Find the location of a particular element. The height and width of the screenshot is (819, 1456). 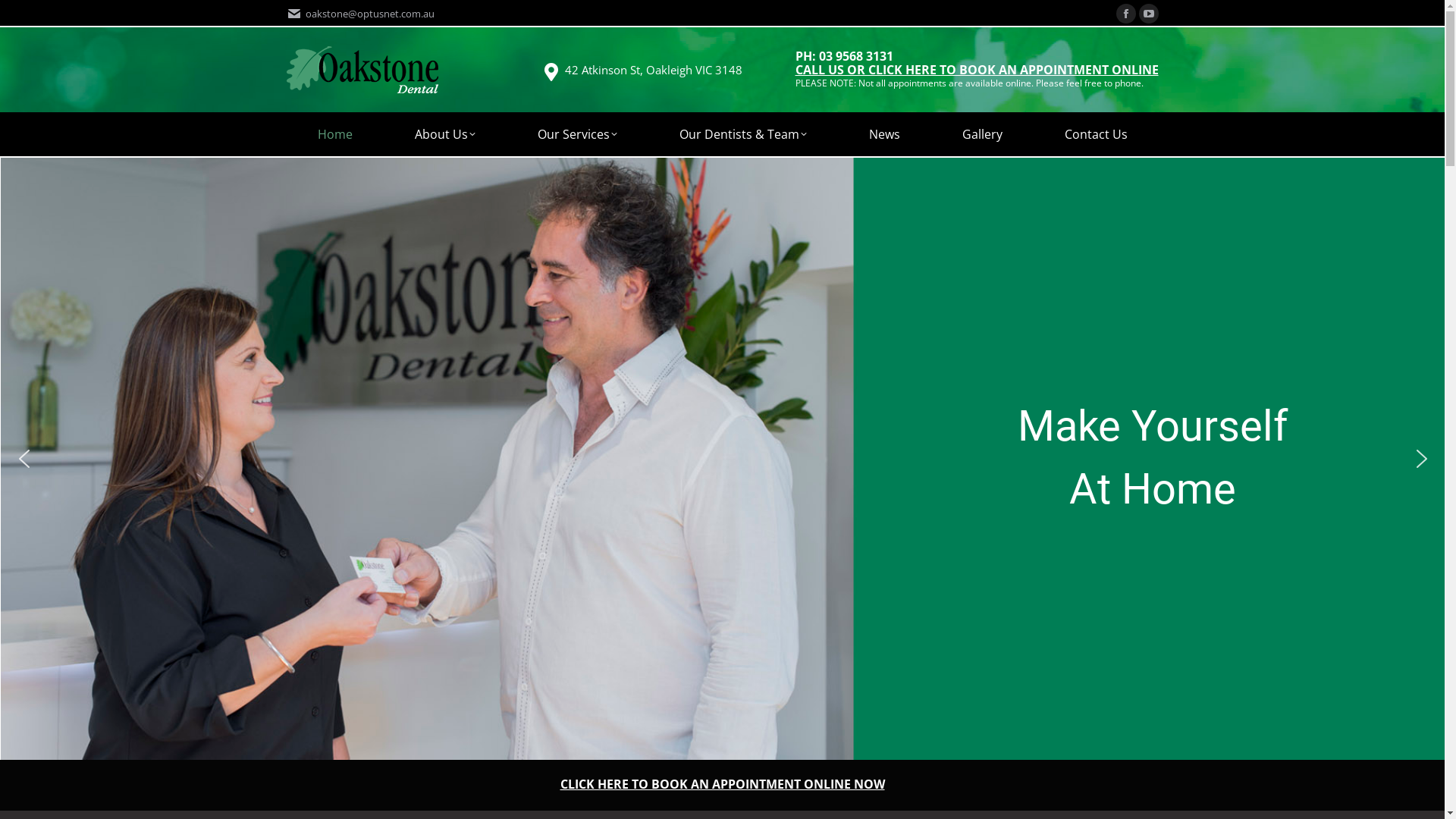

'YouTube page opens in new window' is located at coordinates (1149, 14).